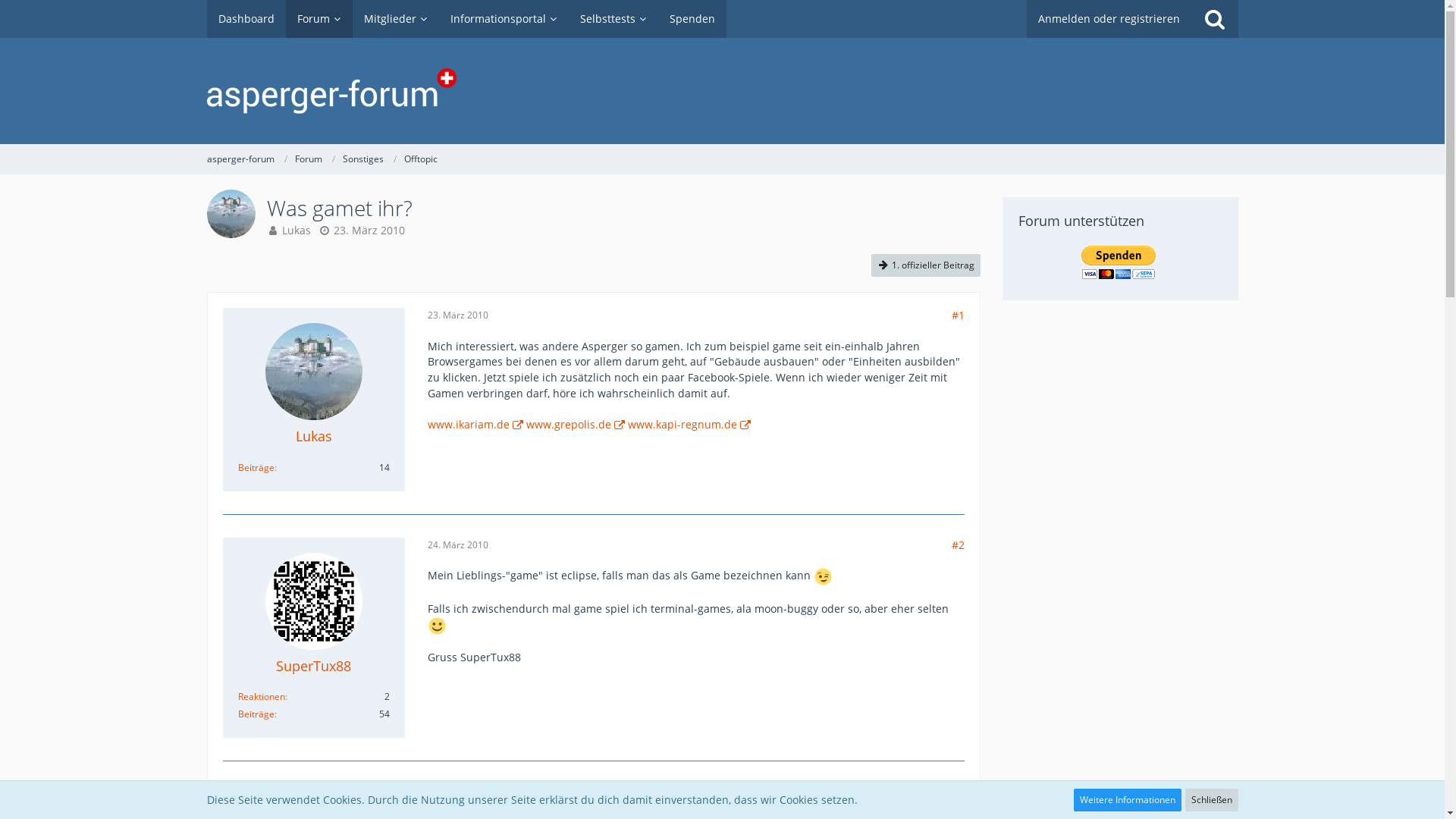 This screenshot has width=1456, height=819. I want to click on 'Mitglieder', so click(395, 18).